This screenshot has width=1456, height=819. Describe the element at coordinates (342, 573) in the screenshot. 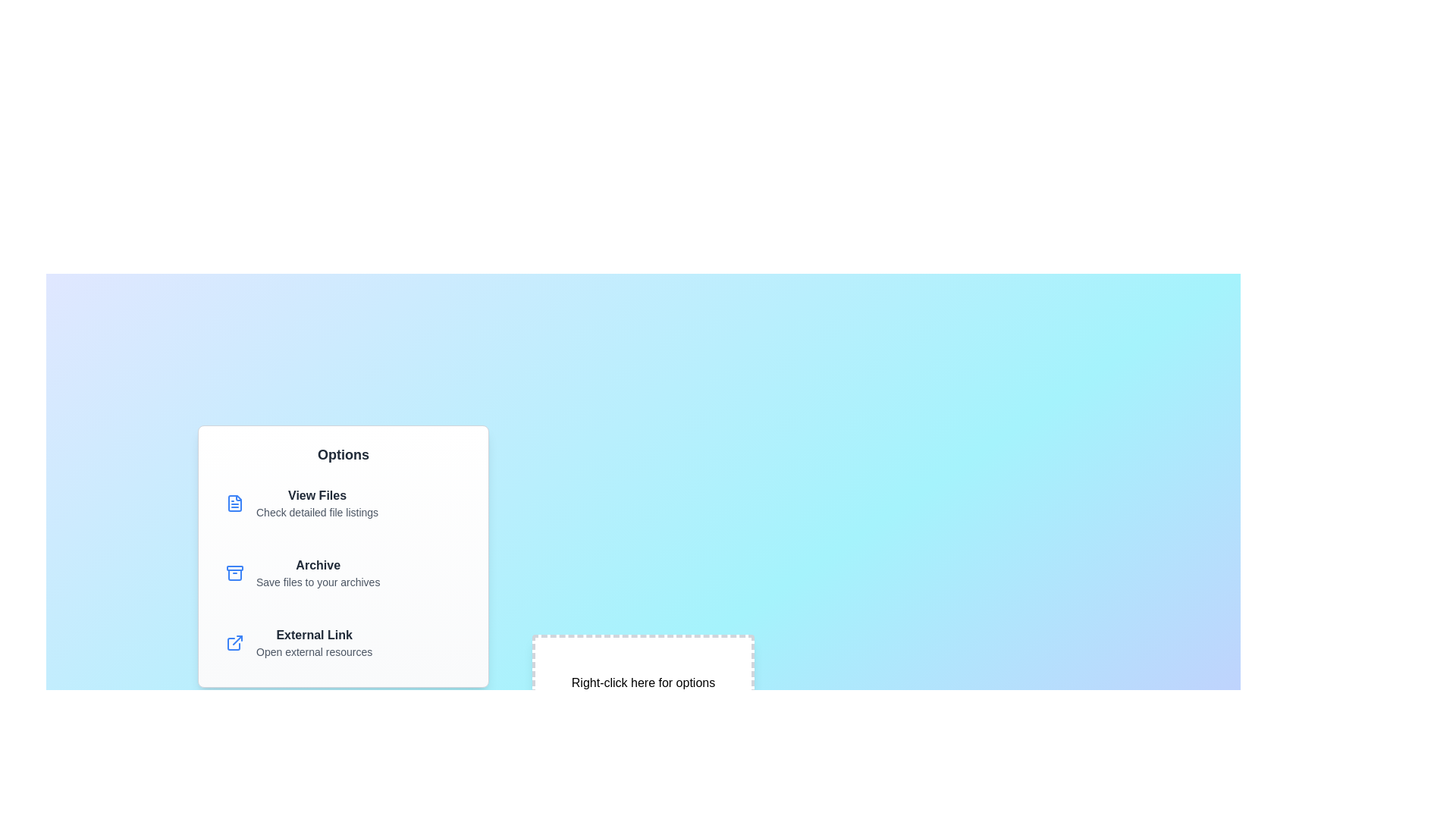

I see `the menu item 'Archive' to view its hover effect` at that location.